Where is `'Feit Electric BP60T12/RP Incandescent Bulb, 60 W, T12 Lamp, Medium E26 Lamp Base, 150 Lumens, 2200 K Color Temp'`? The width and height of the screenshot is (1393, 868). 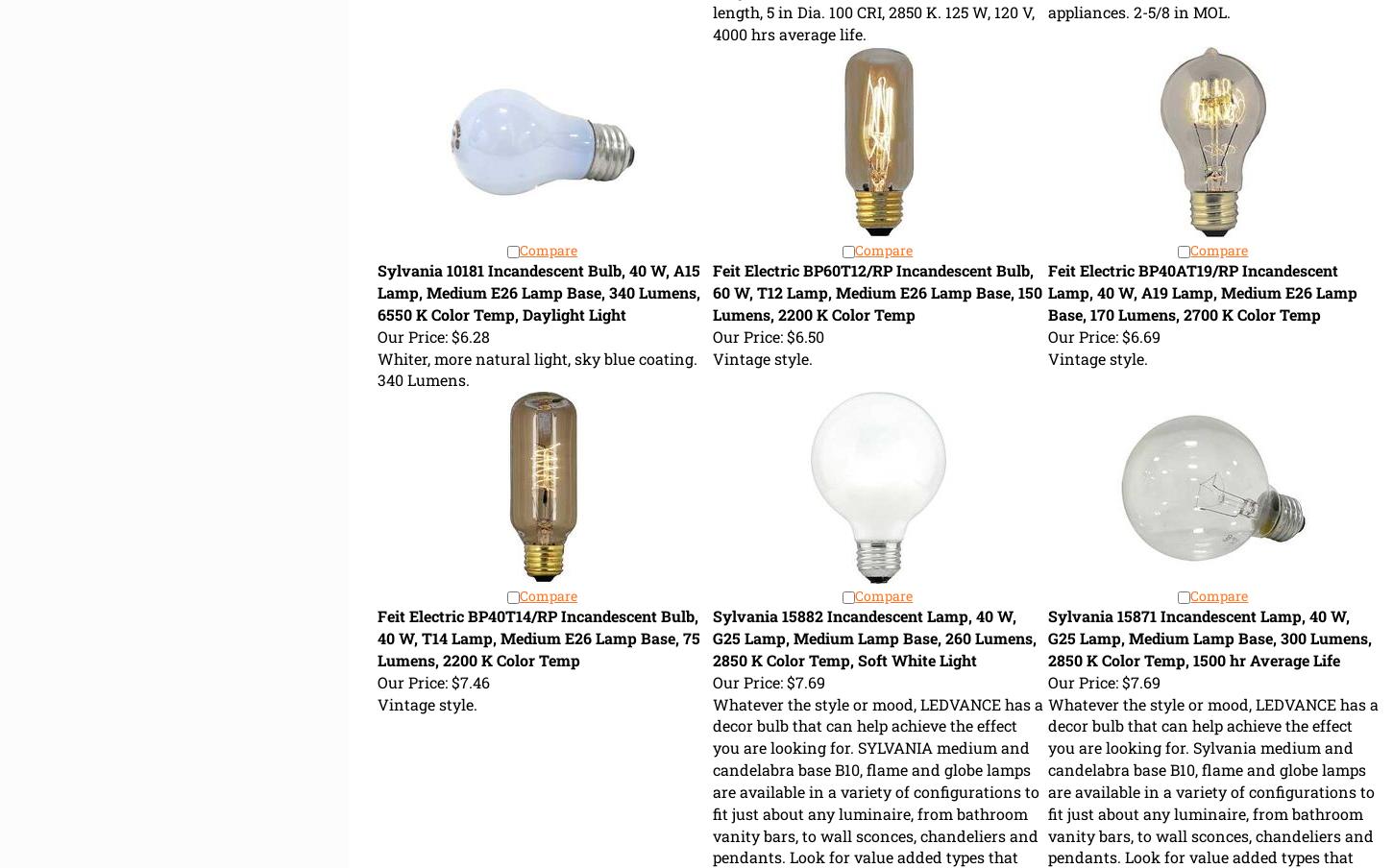
'Feit Electric BP60T12/RP Incandescent Bulb, 60 W, T12 Lamp, Medium E26 Lamp Base, 150 Lumens, 2200 K Color Temp' is located at coordinates (875, 292).